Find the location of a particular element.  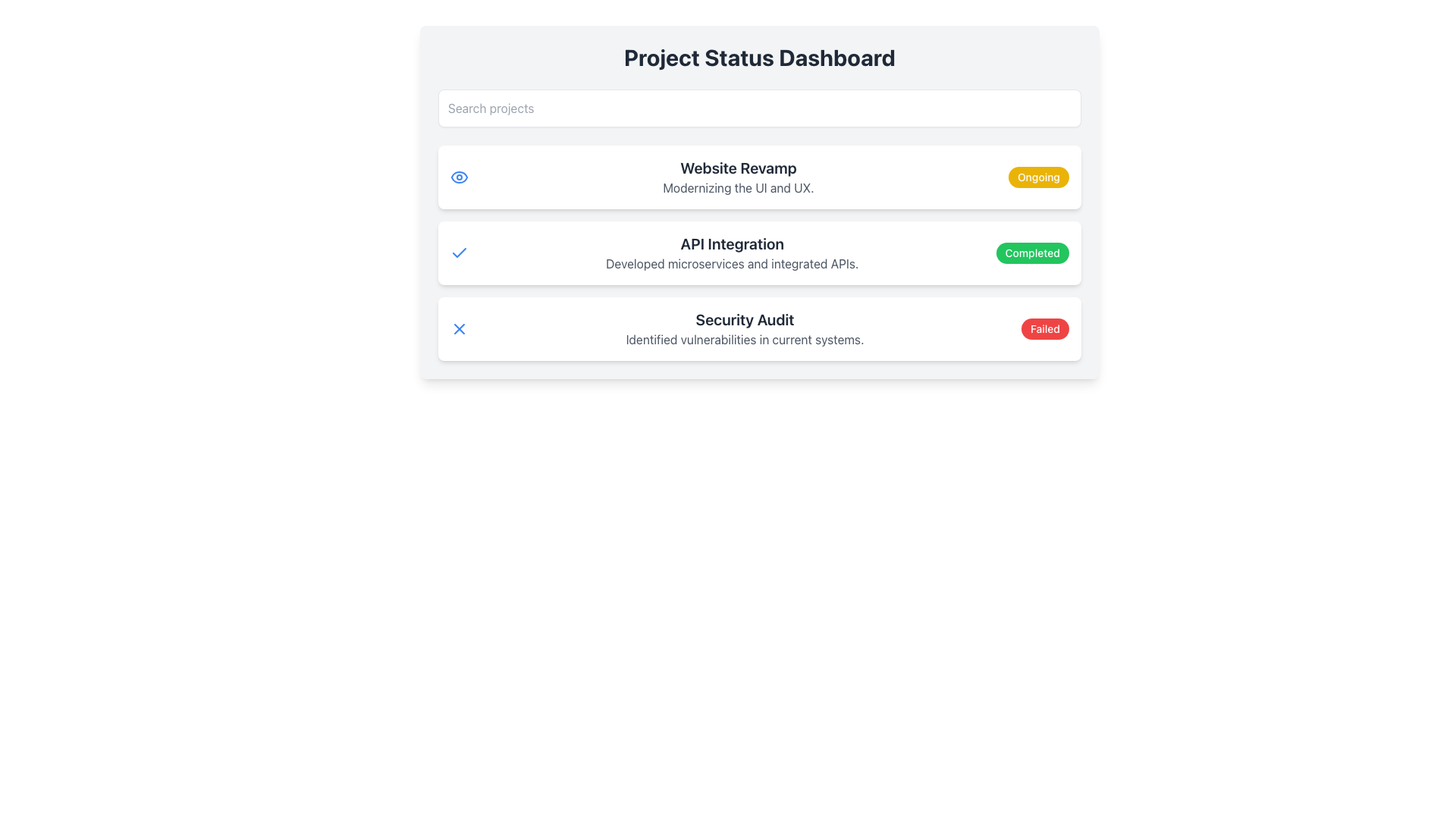

the blue checkmark icon indicating a completed status for 'API Integration' located to the left of the corresponding text is located at coordinates (458, 253).